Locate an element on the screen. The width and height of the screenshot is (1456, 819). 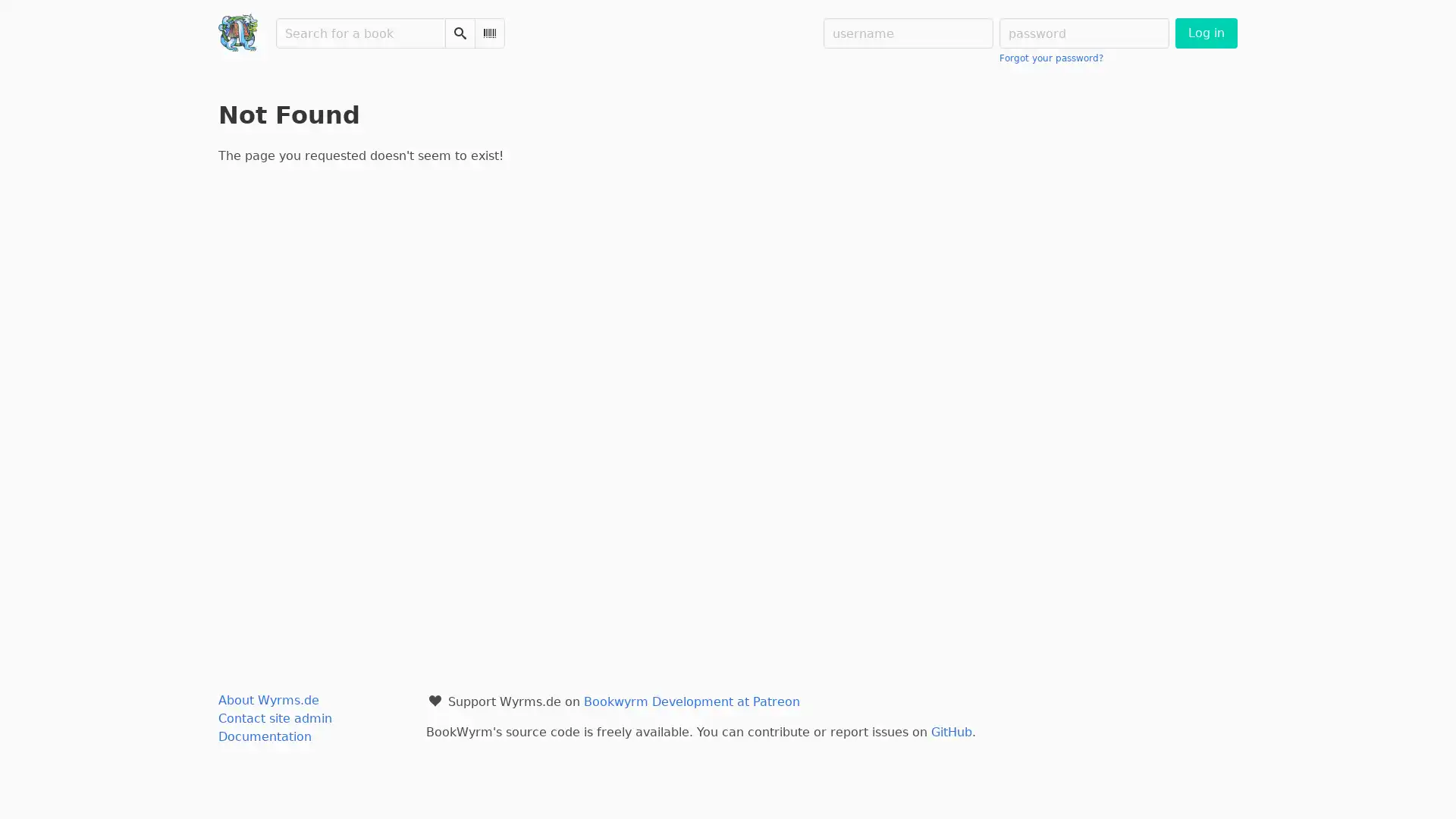
Log in is located at coordinates (1205, 33).